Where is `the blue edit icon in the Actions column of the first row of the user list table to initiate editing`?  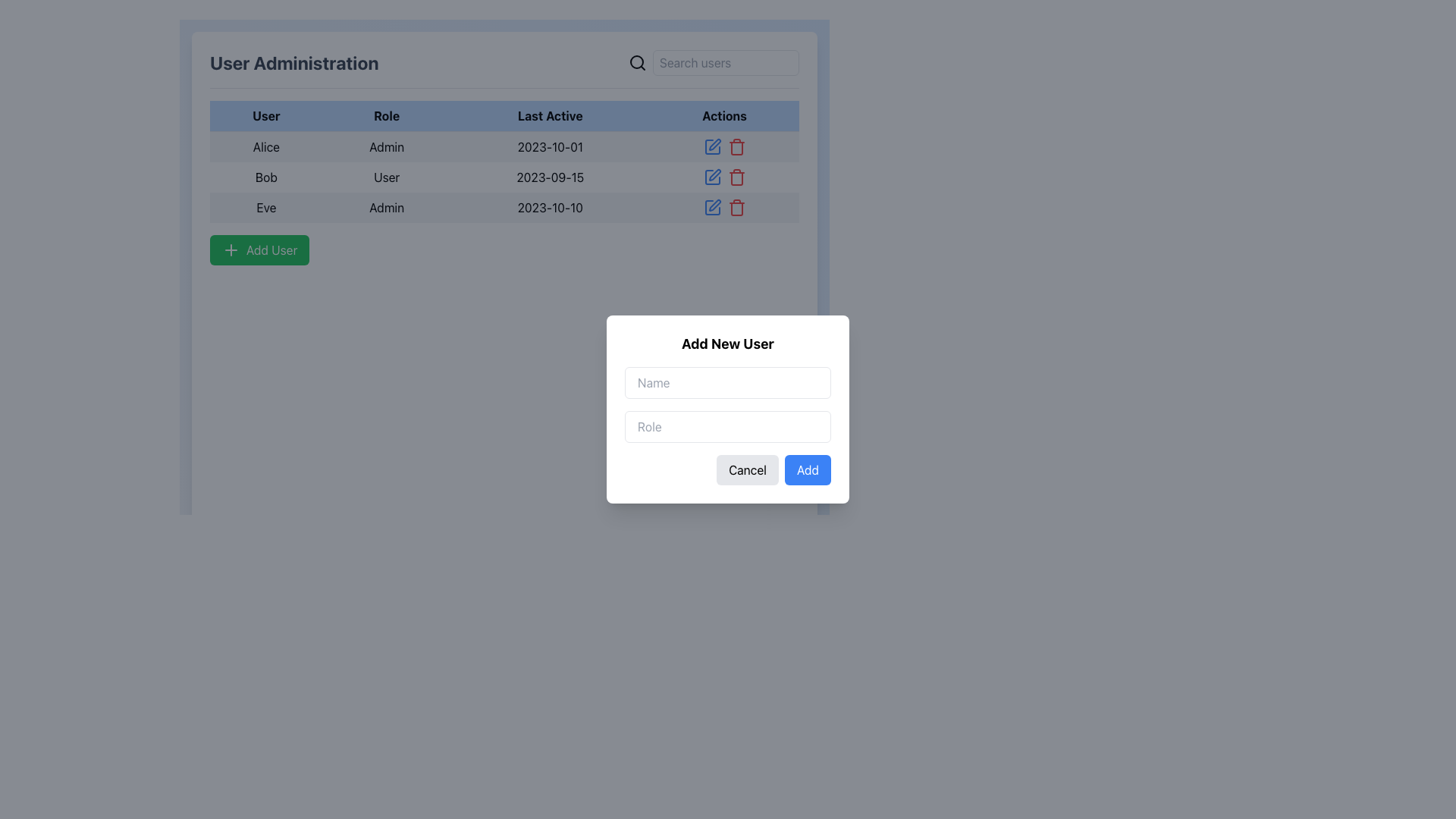 the blue edit icon in the Actions column of the first row of the user list table to initiate editing is located at coordinates (723, 146).